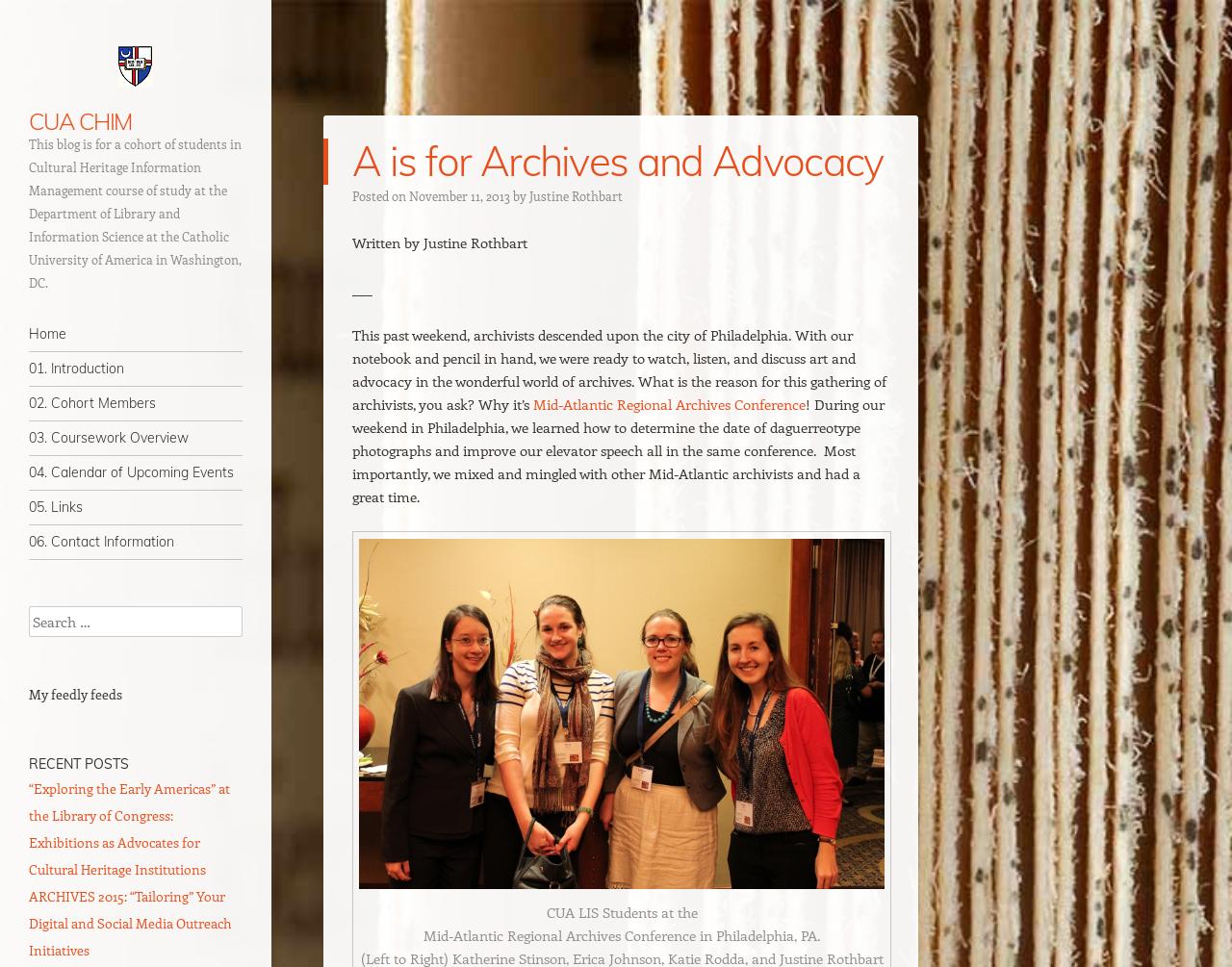  I want to click on 'Home', so click(28, 334).